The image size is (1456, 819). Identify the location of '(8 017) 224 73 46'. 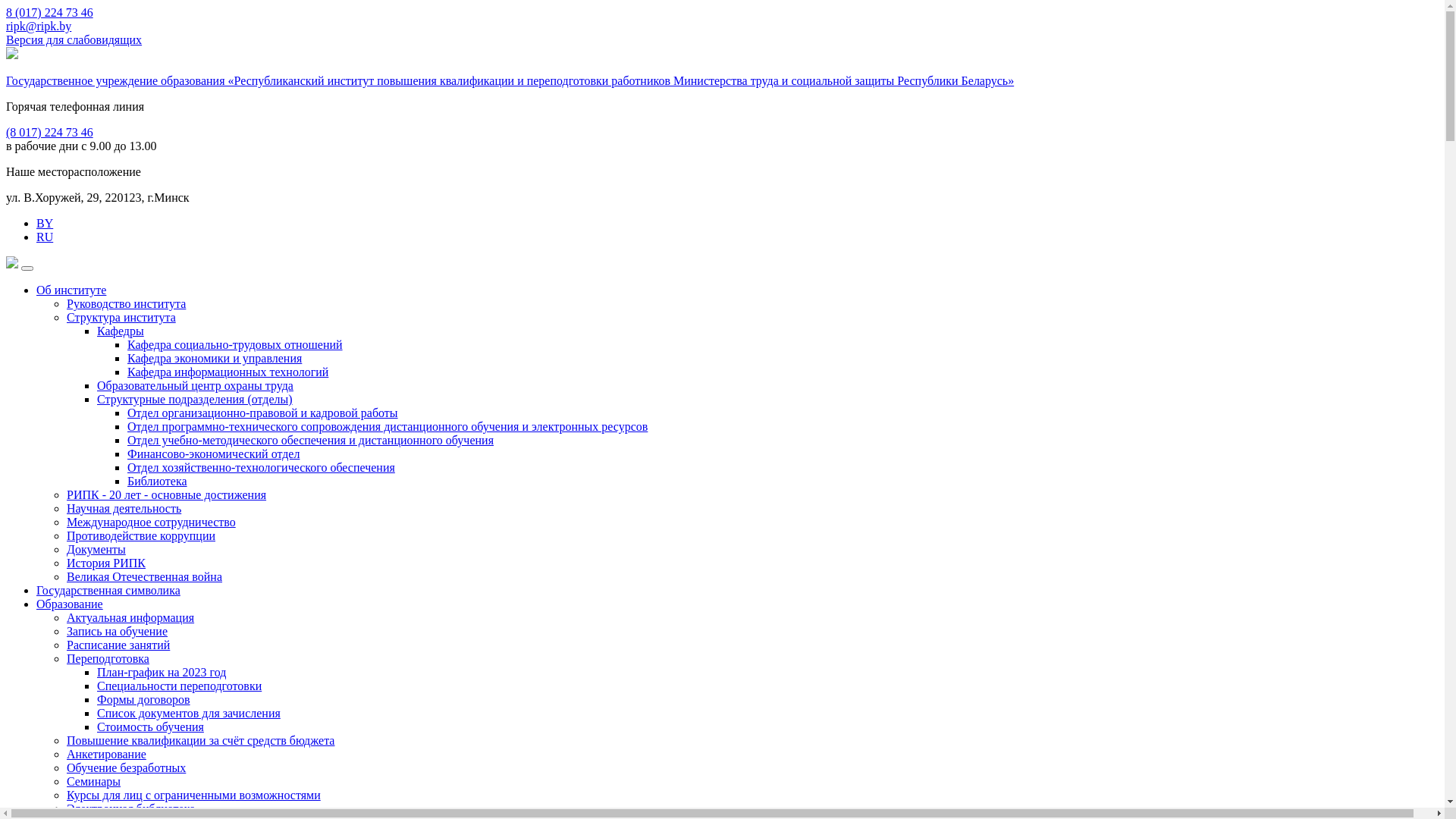
(49, 131).